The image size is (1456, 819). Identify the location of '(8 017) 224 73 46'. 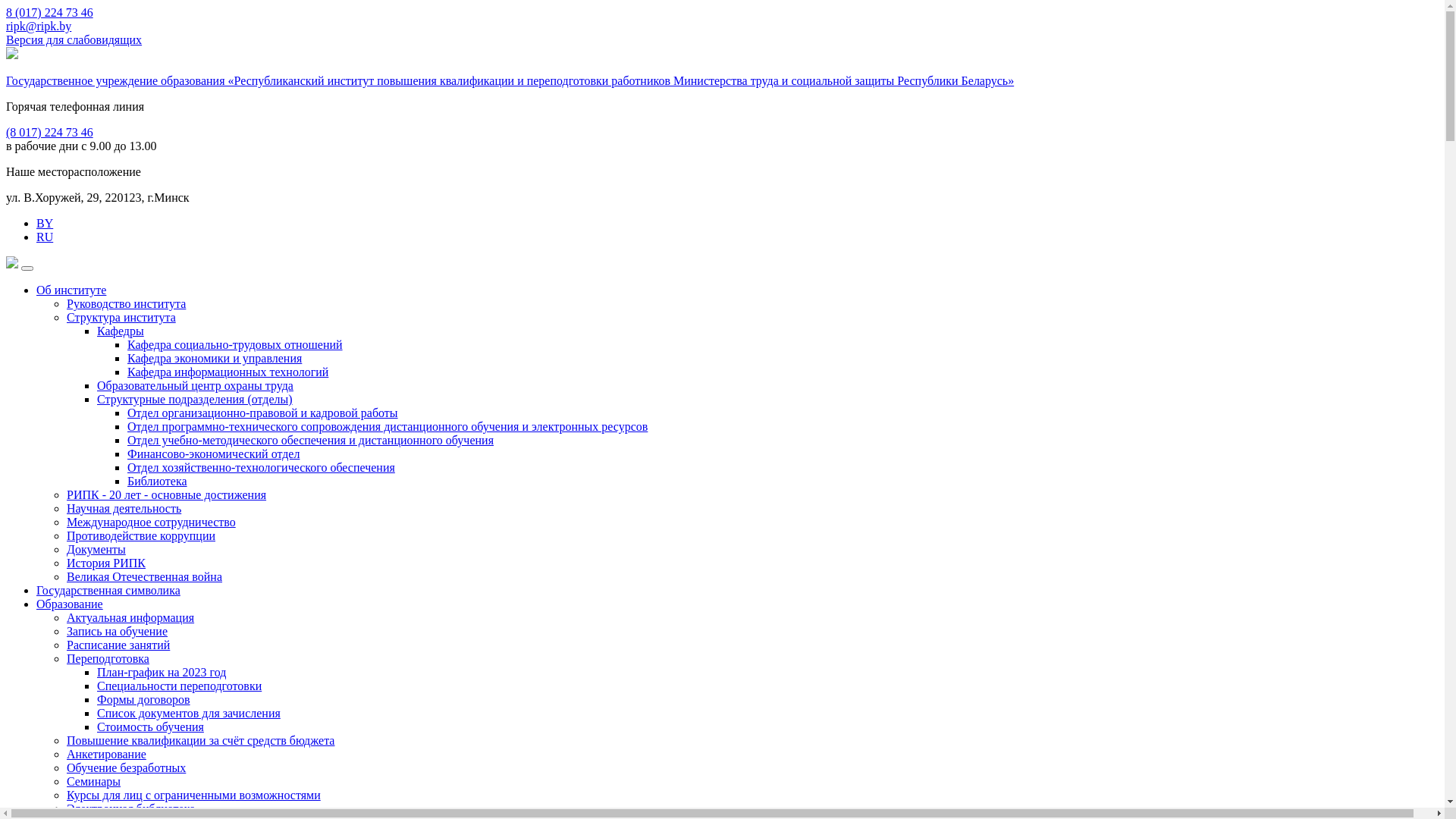
(49, 131).